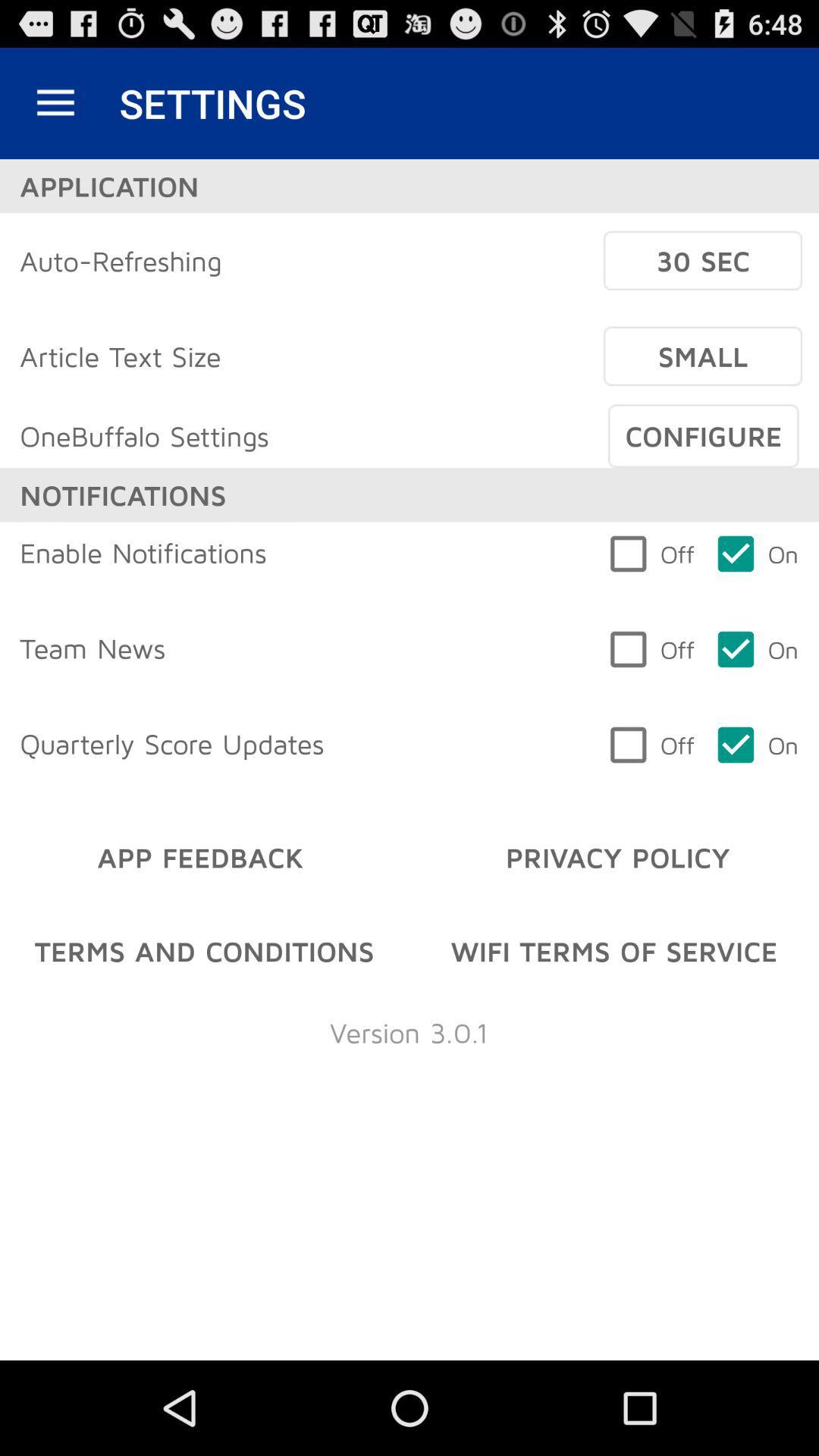 This screenshot has height=1456, width=819. What do you see at coordinates (55, 102) in the screenshot?
I see `the item to the left of settings` at bounding box center [55, 102].